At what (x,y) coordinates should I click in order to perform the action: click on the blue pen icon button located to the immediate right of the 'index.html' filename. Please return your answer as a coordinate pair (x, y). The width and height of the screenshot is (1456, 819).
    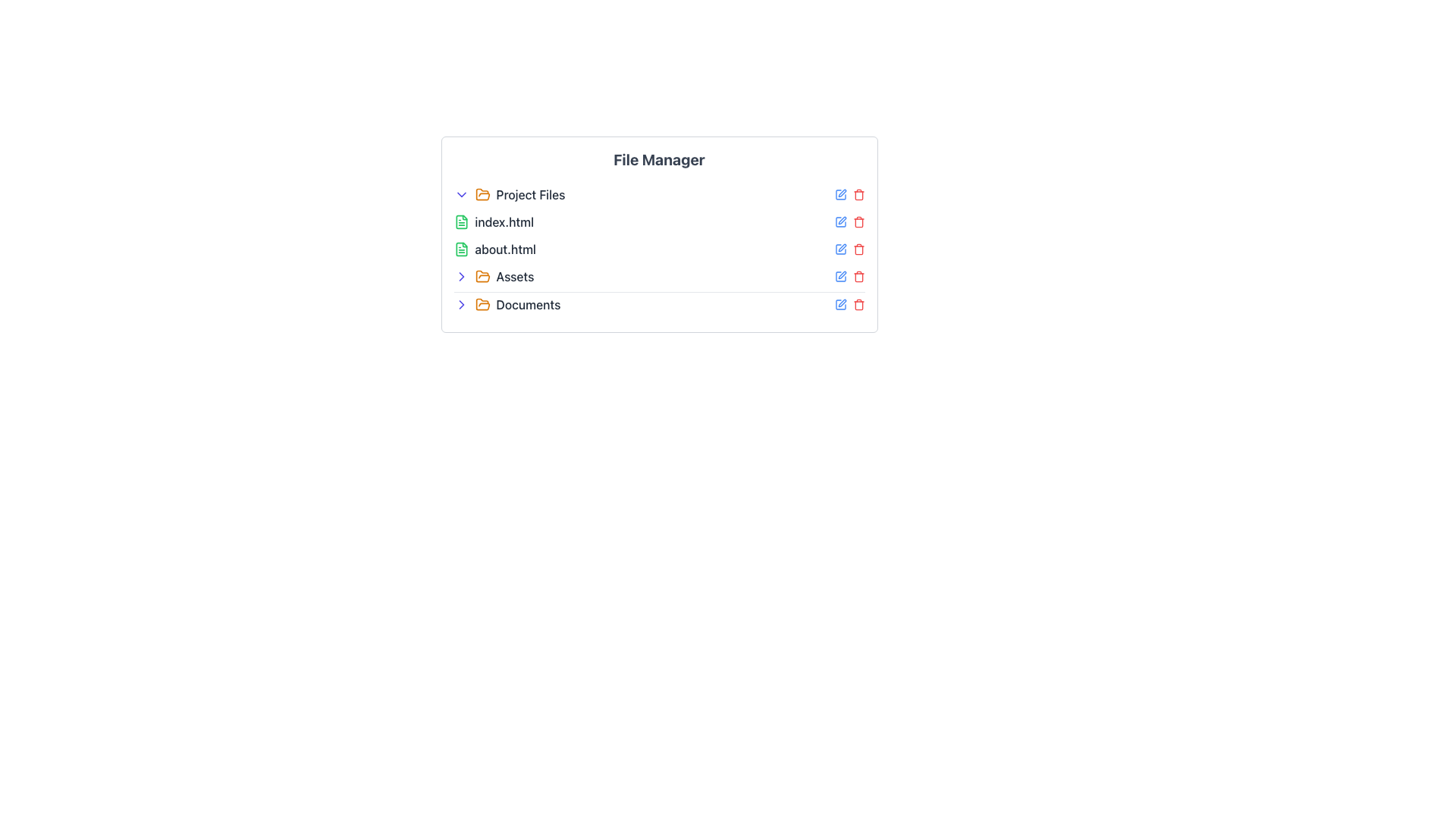
    Looking at the image, I should click on (839, 222).